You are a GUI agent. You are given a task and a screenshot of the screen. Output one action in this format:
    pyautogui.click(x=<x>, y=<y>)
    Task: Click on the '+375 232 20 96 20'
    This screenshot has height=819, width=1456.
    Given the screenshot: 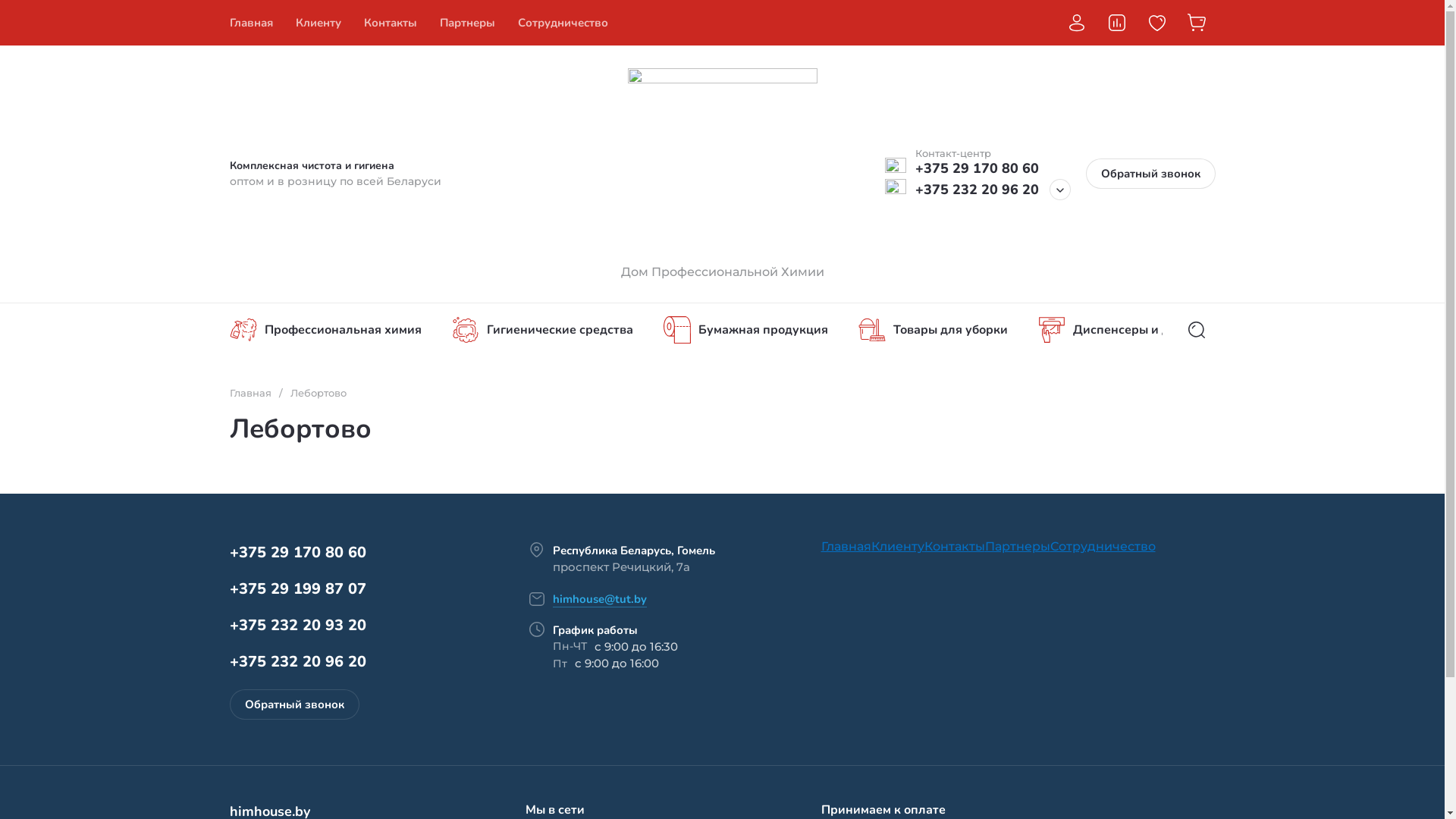 What is the action you would take?
    pyautogui.click(x=976, y=189)
    